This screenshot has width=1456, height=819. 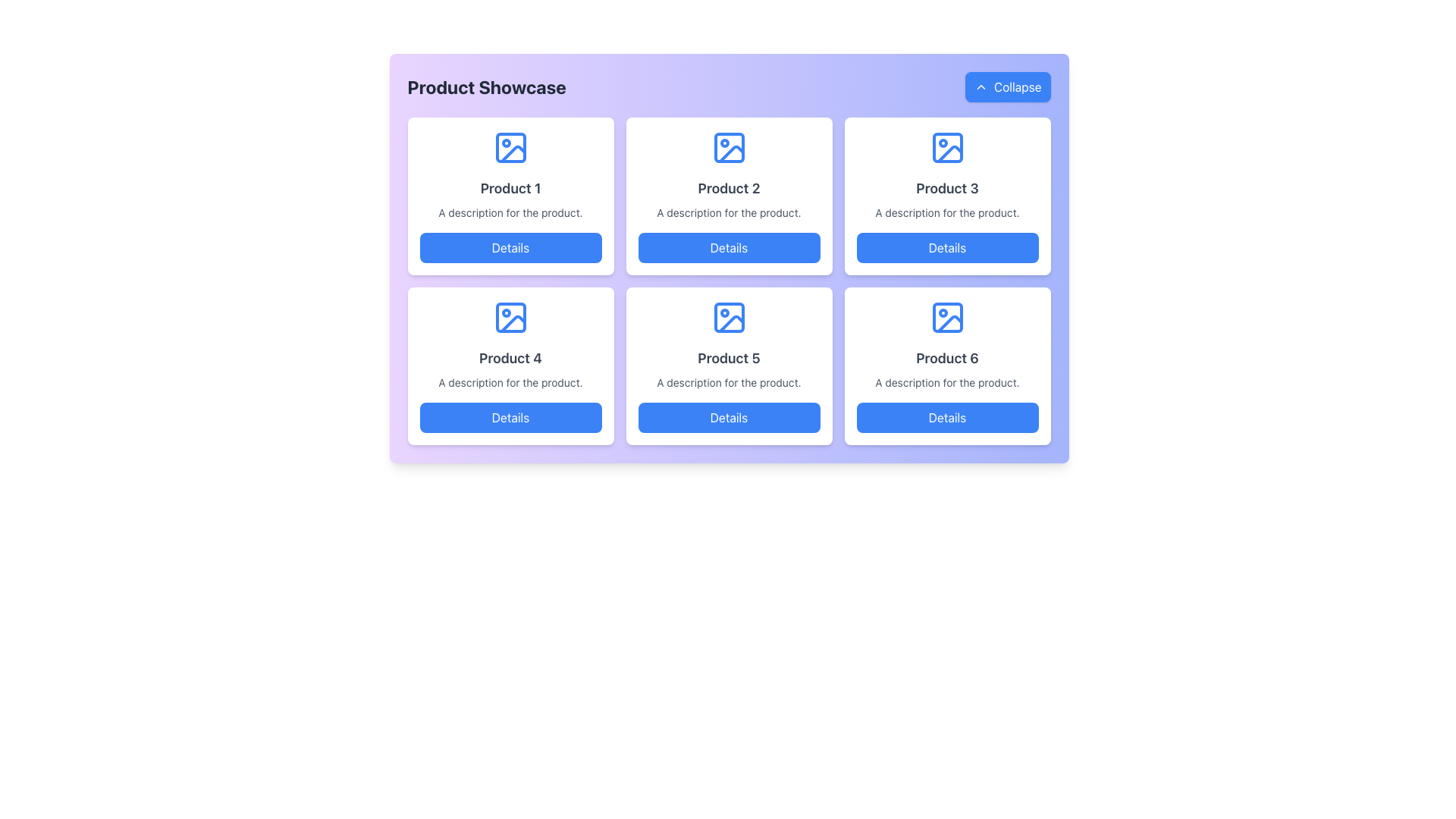 I want to click on the product card containing the image icon for 'Product 1', which is located at the top-center of the card, so click(x=510, y=148).